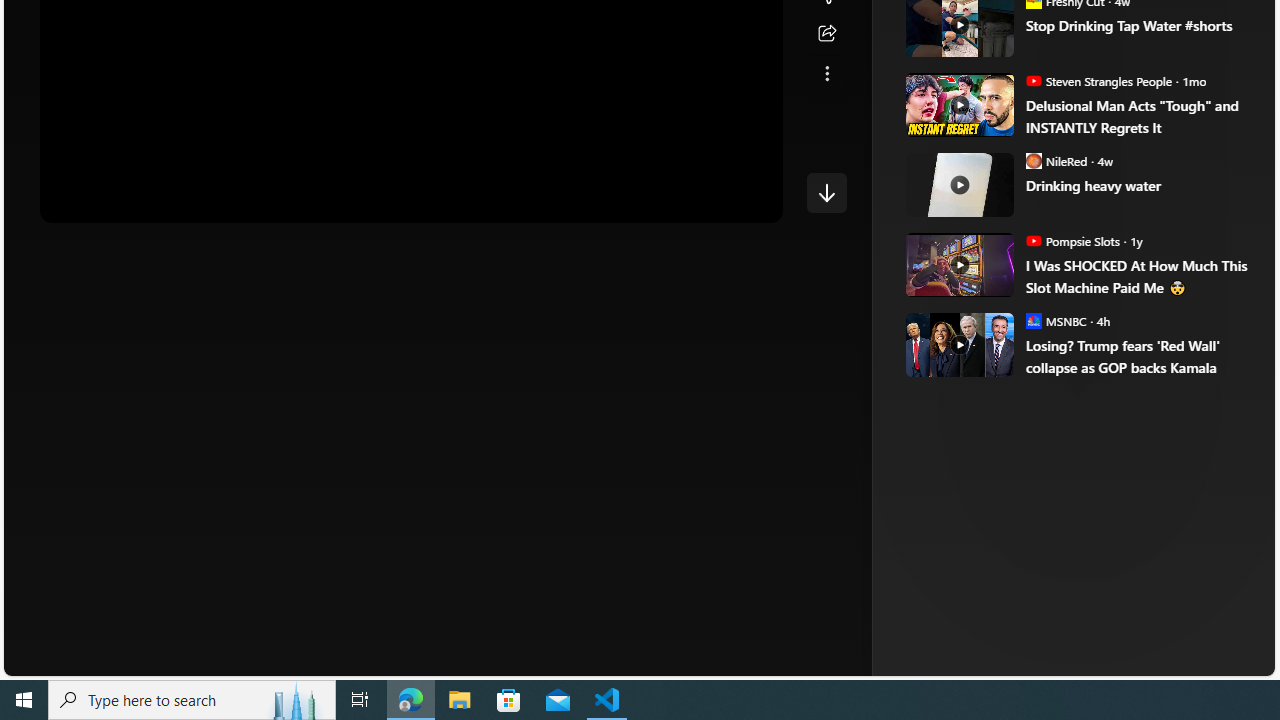 Image resolution: width=1280 pixels, height=720 pixels. Describe the element at coordinates (1136, 116) in the screenshot. I see `'Delusional Man Acts "Tough" and INSTANTLY Regrets It'` at that location.